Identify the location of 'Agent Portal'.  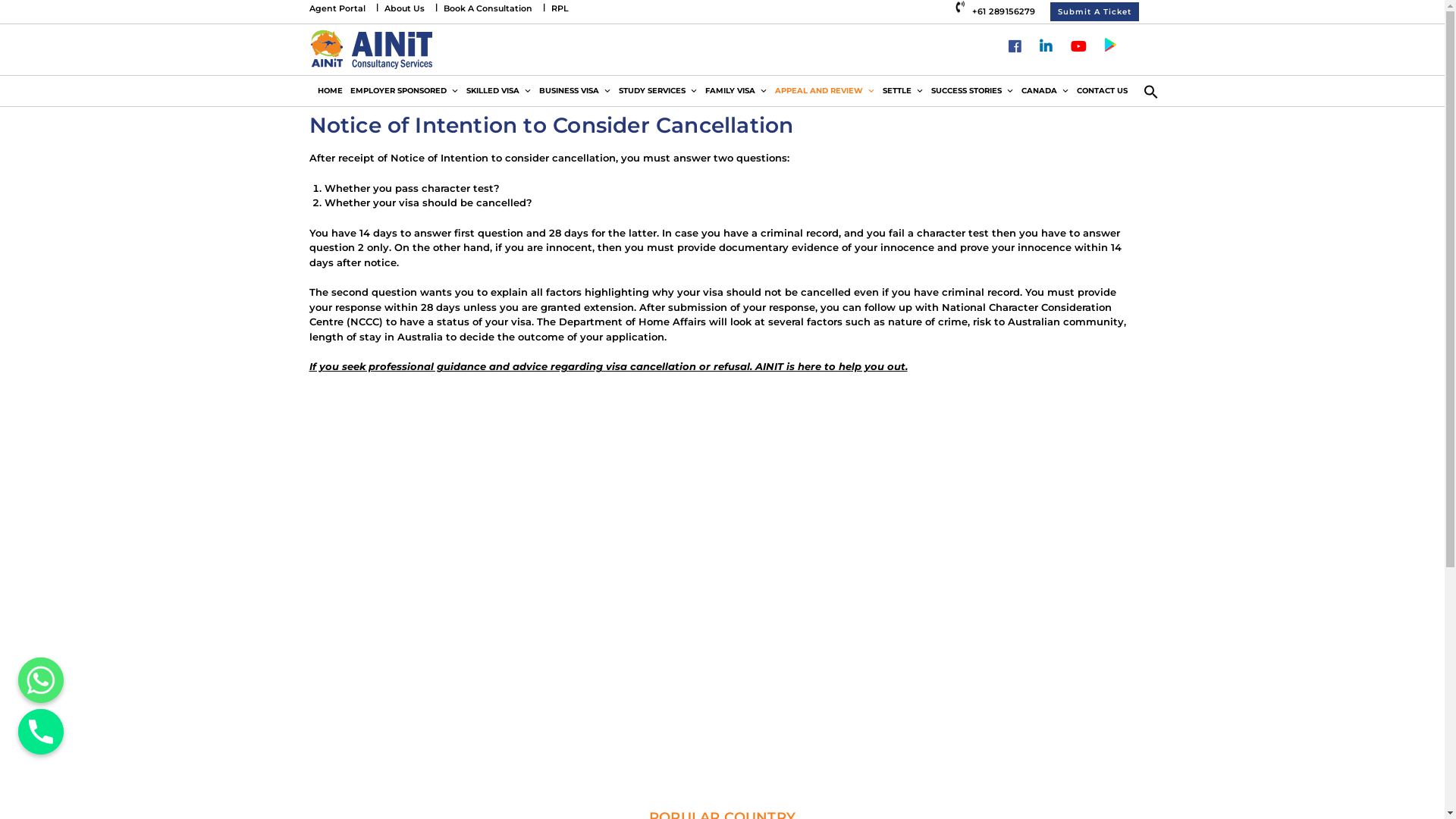
(337, 8).